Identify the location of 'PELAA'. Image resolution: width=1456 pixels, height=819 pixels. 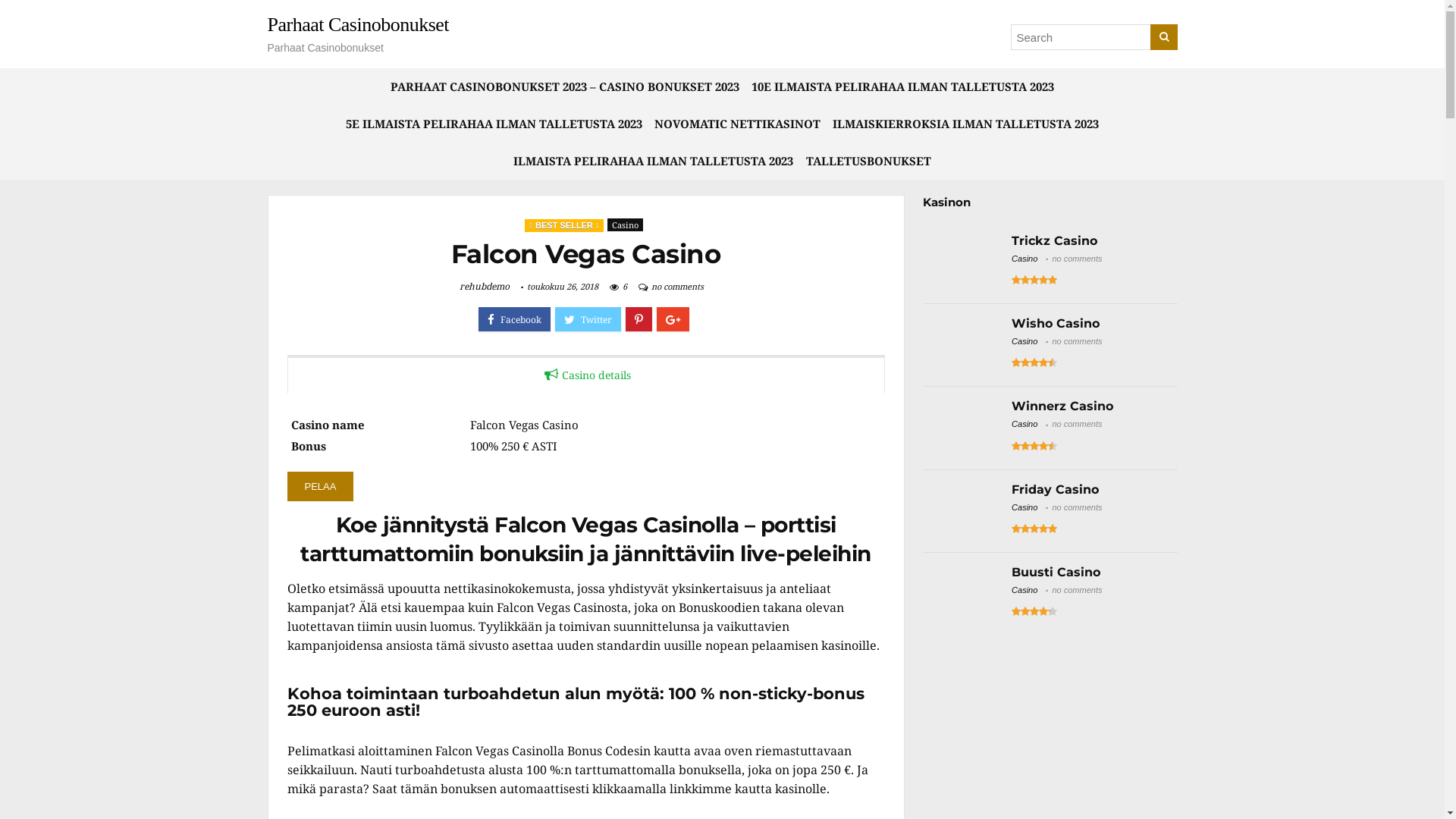
(319, 486).